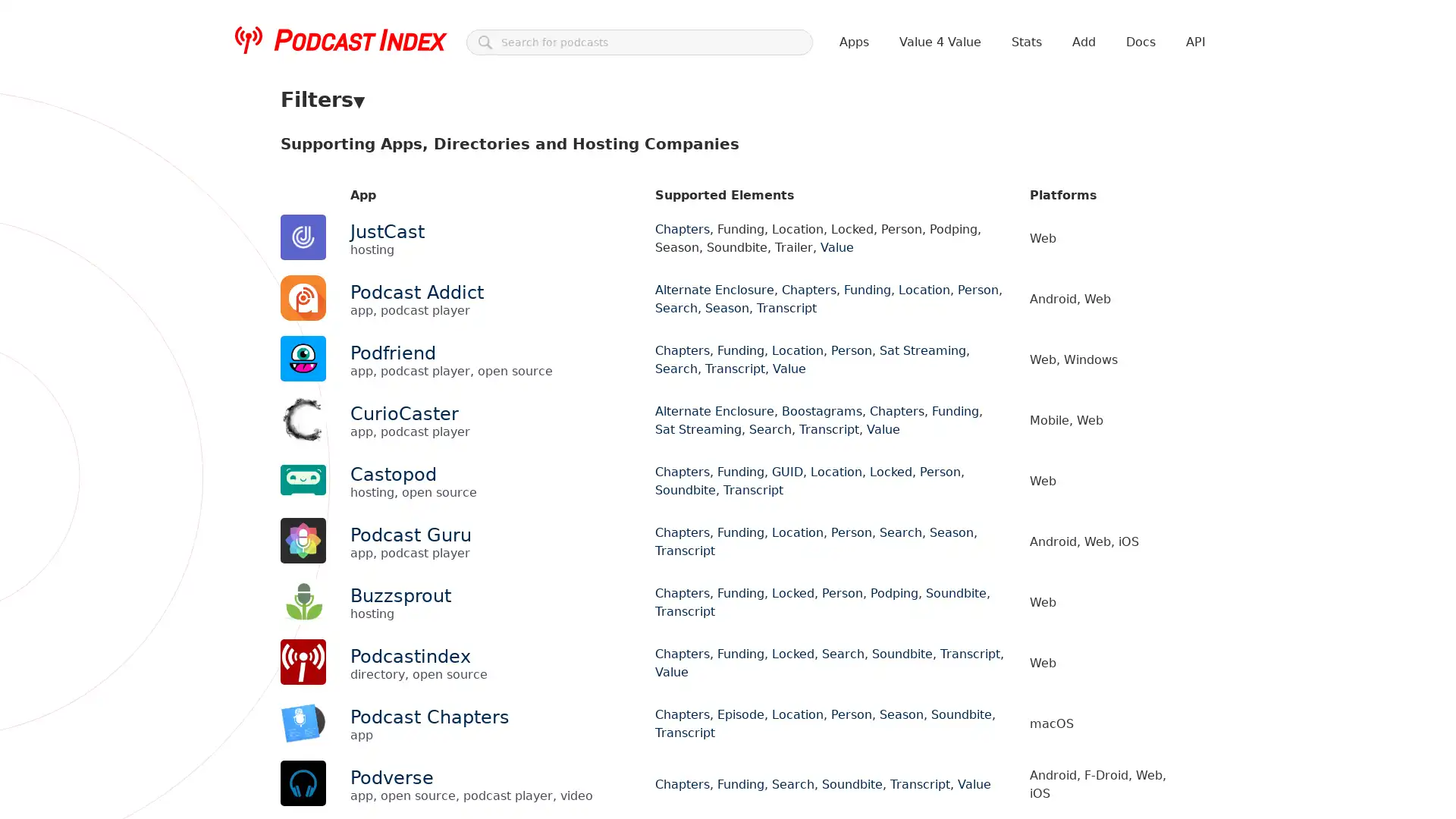 The image size is (1456, 819). I want to click on Windows, so click(350, 341).